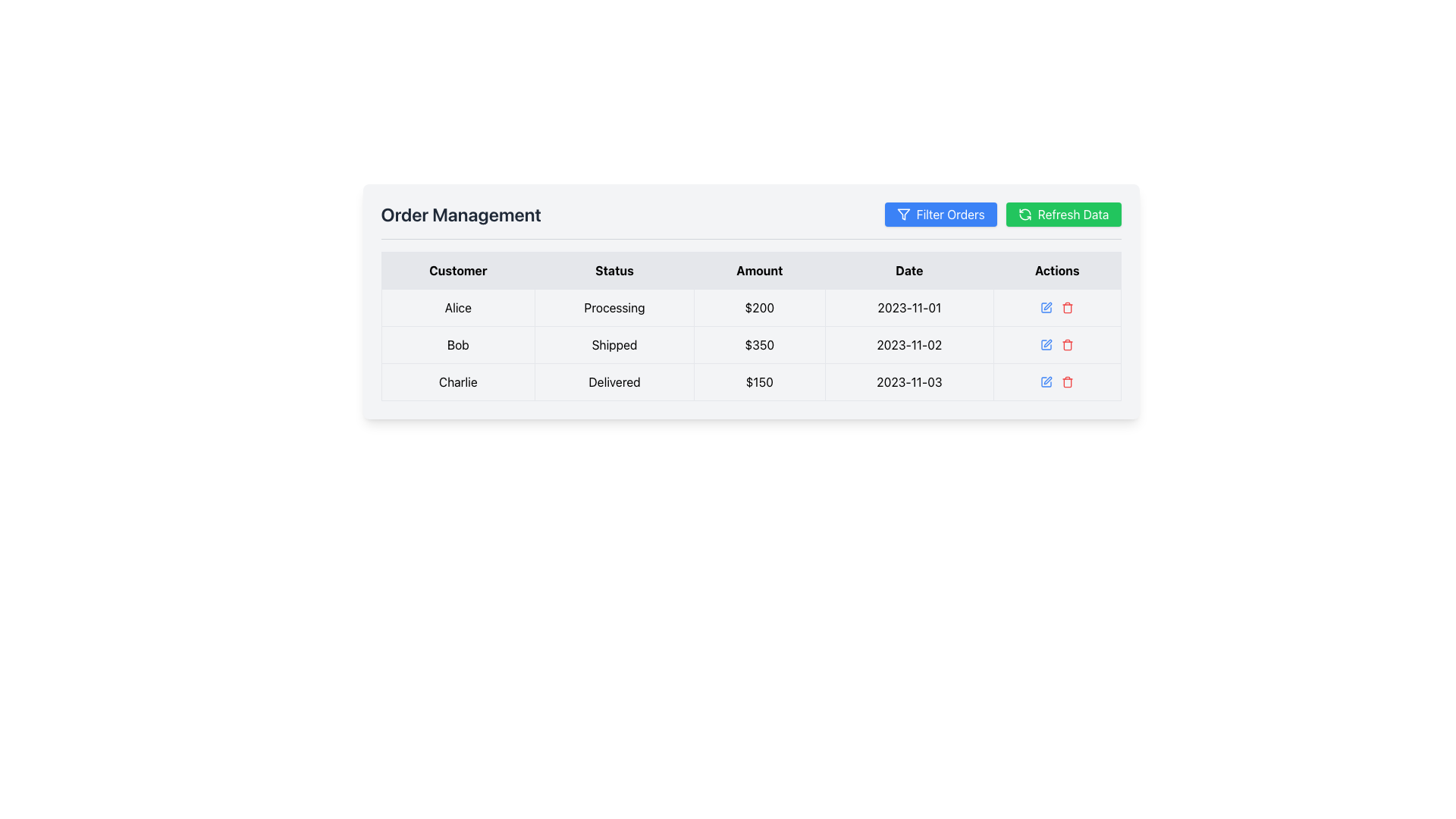 This screenshot has width=1456, height=819. I want to click on the pen icon in the 'Actions' column of the last row in the table, which serves as the graphical base for edit functionality, so click(1046, 381).